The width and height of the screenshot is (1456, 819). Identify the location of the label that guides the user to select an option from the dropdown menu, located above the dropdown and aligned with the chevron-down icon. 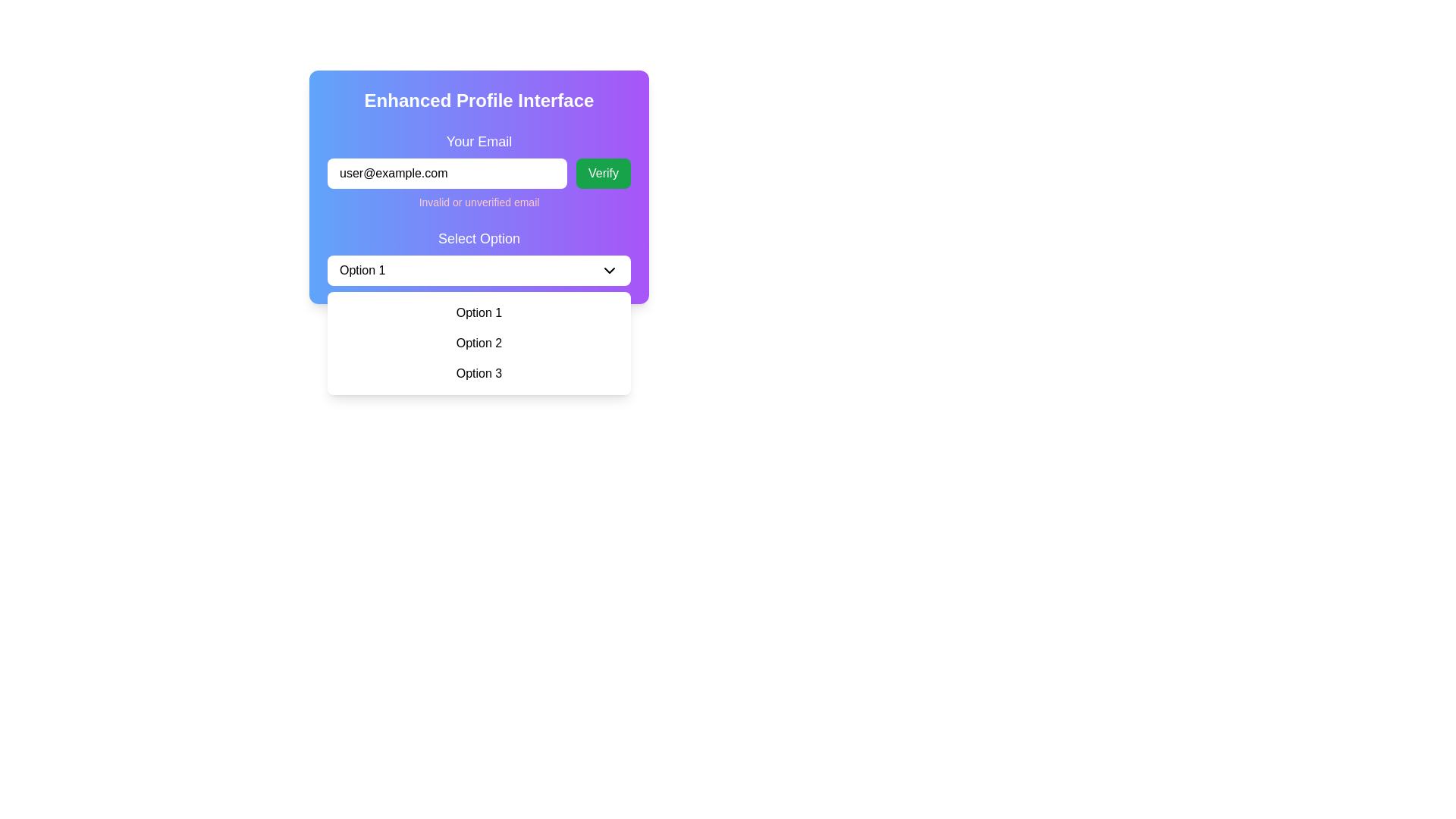
(479, 239).